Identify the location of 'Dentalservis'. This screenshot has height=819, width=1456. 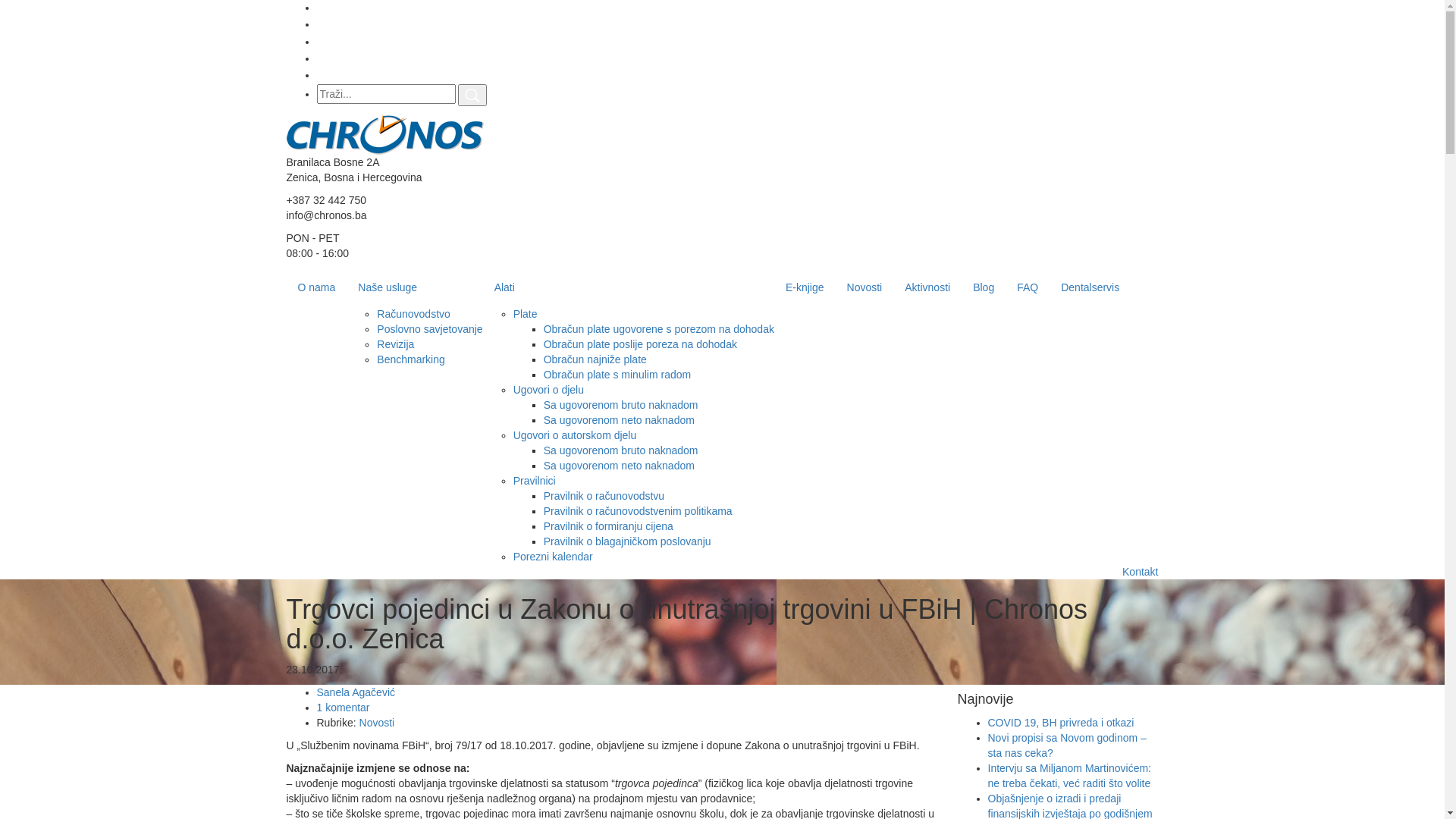
(1089, 287).